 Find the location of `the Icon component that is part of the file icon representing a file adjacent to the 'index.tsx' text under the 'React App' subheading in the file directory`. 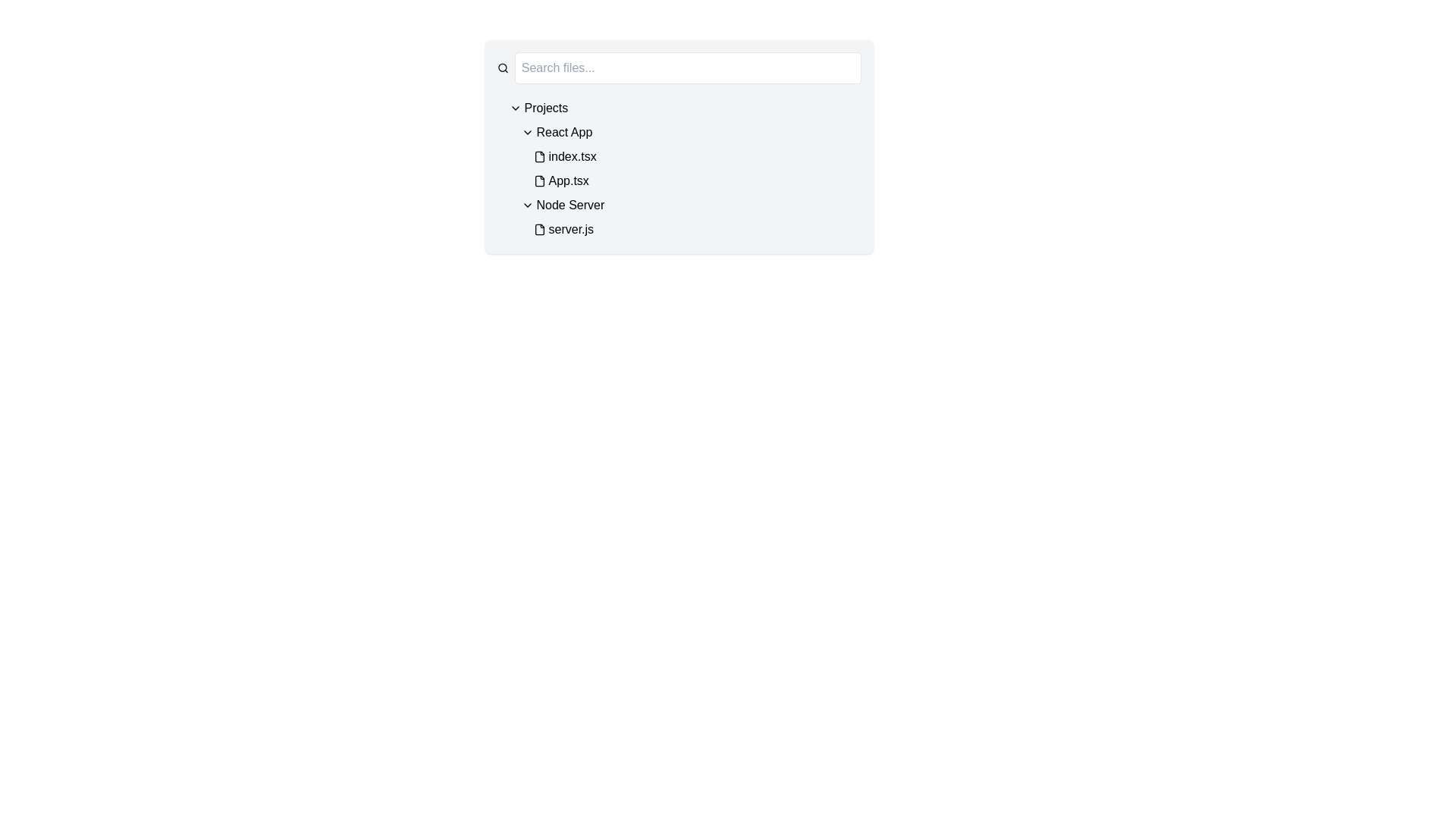

the Icon component that is part of the file icon representing a file adjacent to the 'index.tsx' text under the 'React App' subheading in the file directory is located at coordinates (539, 157).